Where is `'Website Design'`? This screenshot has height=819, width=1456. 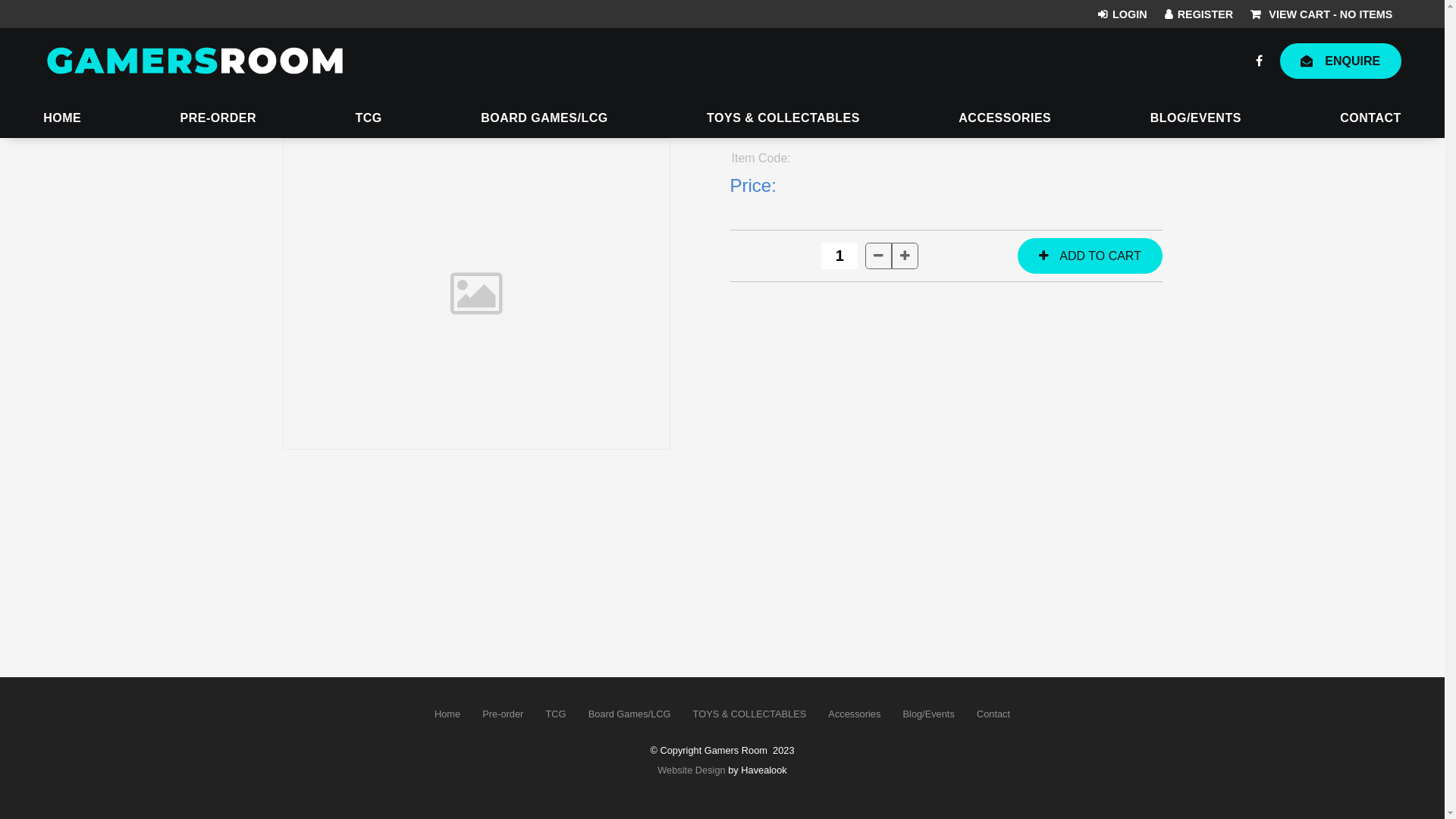
'Website Design' is located at coordinates (657, 770).